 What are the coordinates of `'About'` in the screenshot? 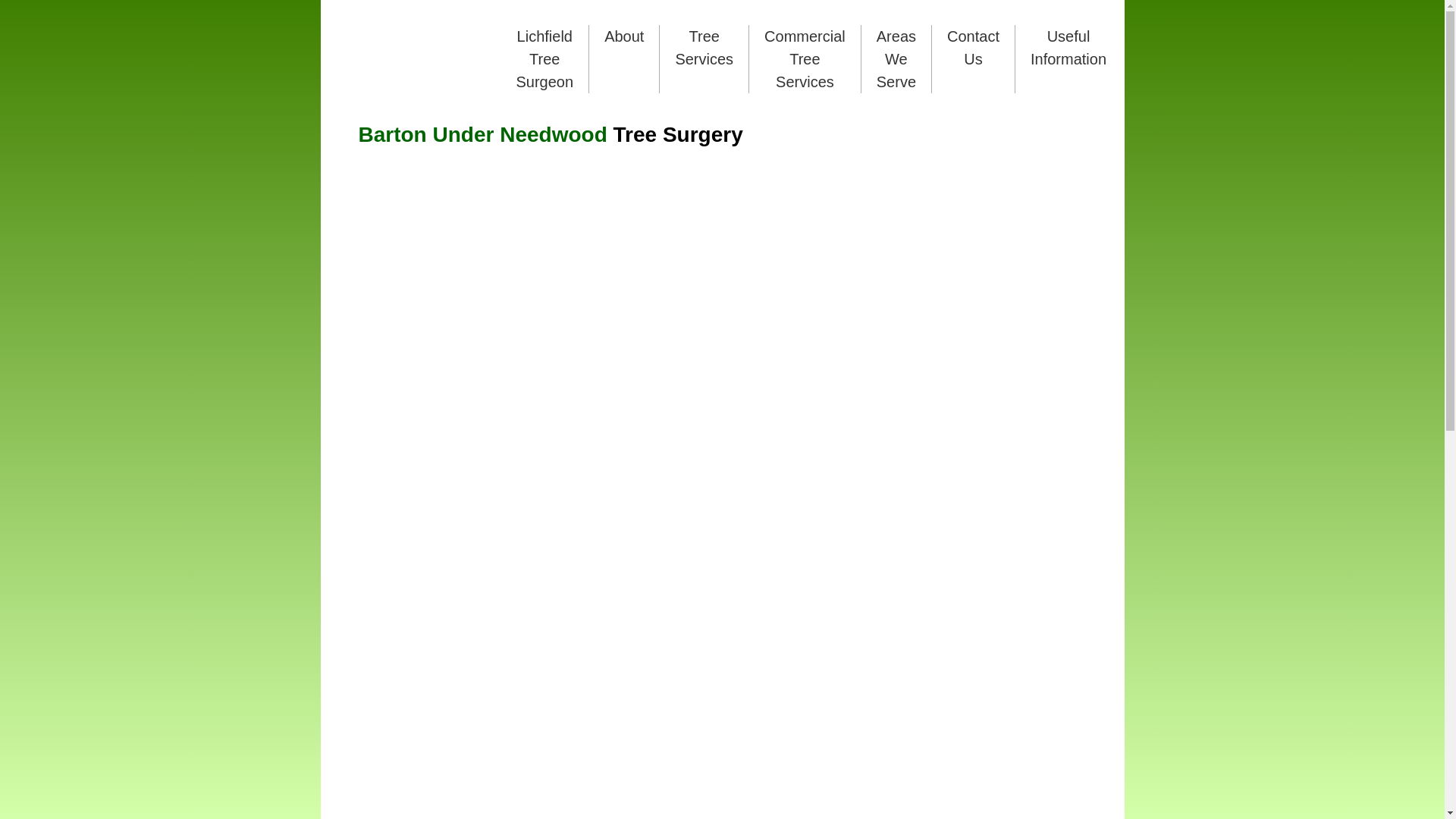 It's located at (623, 35).